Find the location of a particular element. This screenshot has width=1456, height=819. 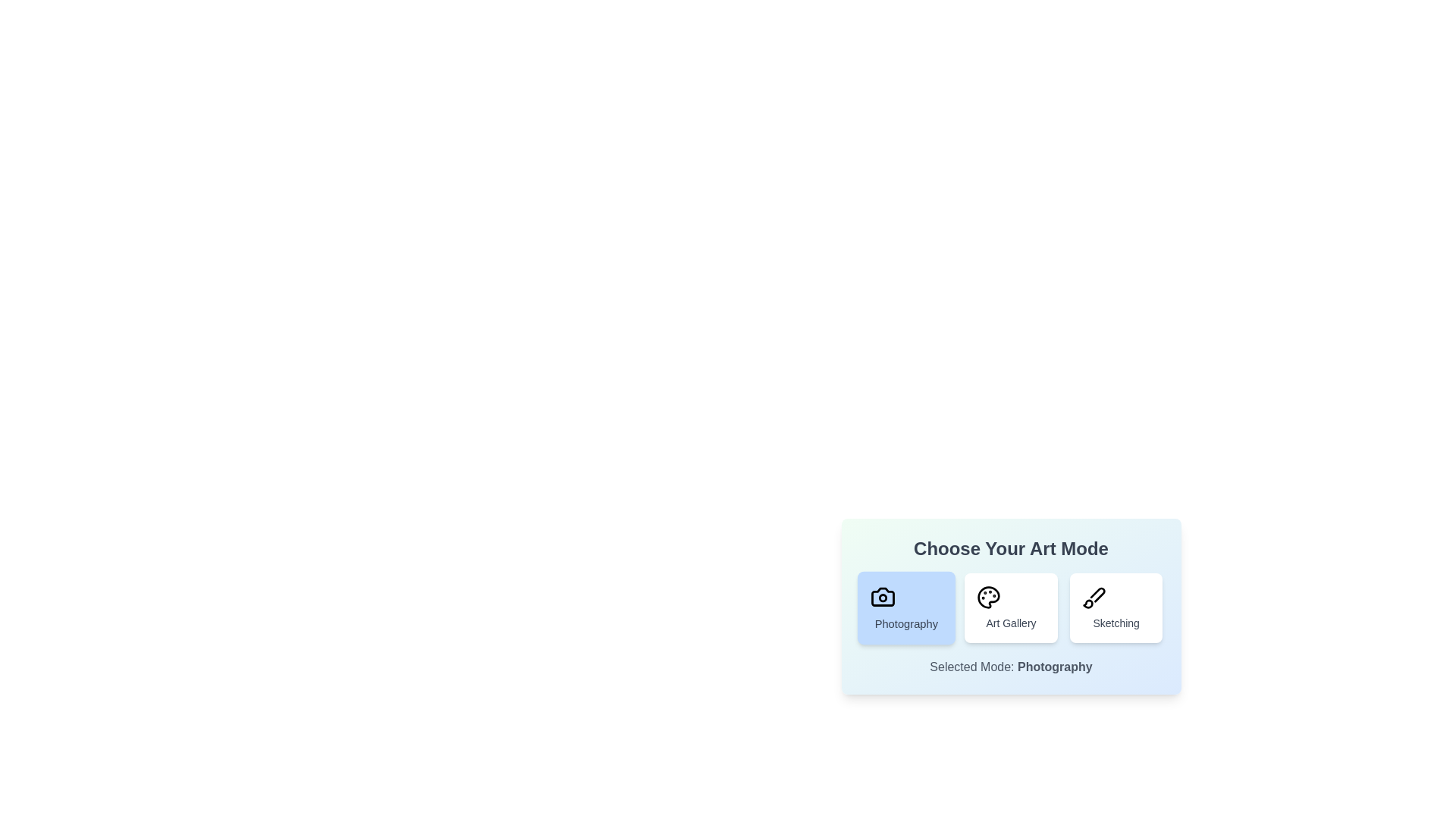

the button labeled Photography is located at coordinates (905, 607).